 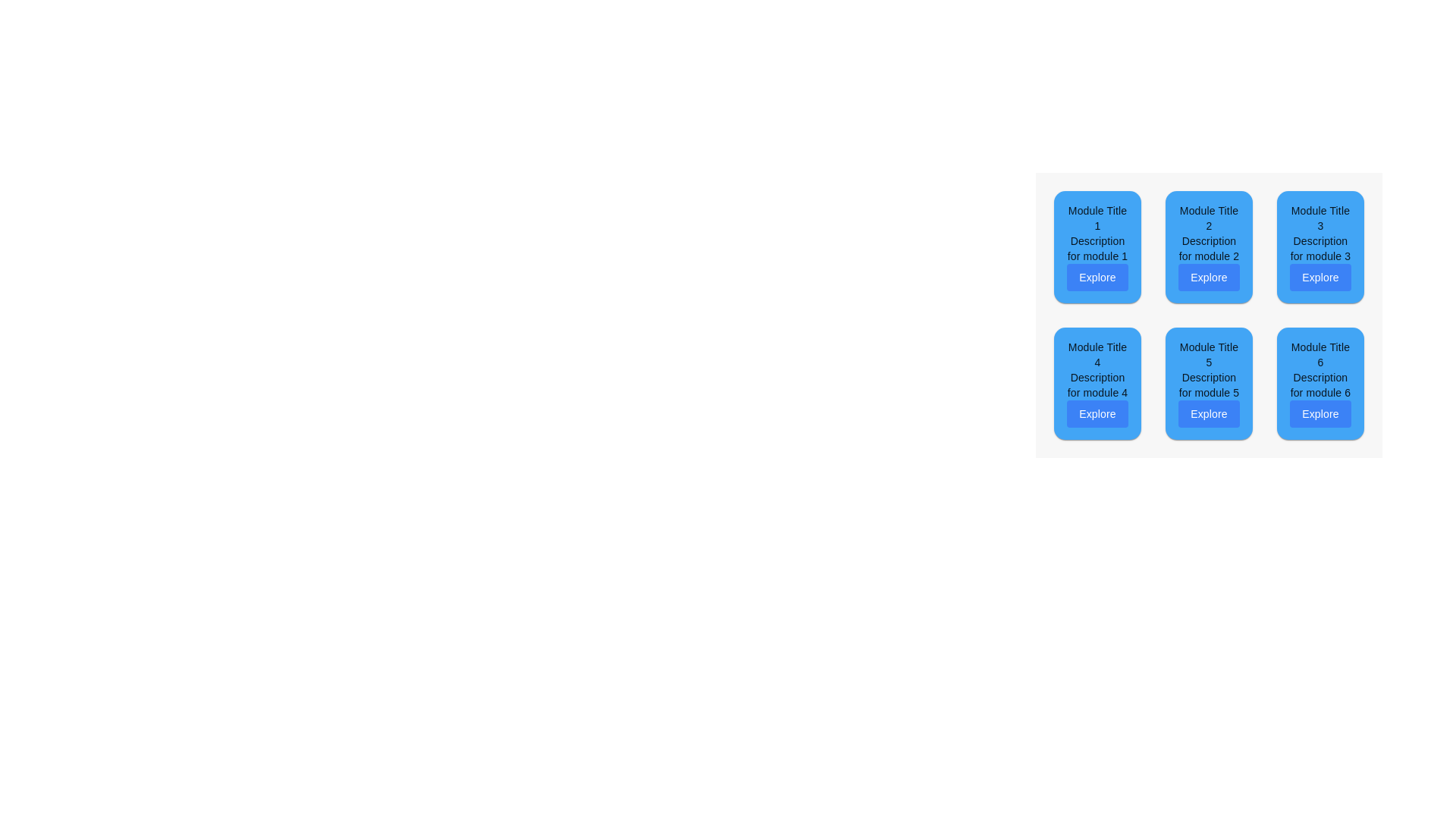 I want to click on the navigation button located at the bottom of the card for 'Module Title 2', so click(x=1208, y=278).